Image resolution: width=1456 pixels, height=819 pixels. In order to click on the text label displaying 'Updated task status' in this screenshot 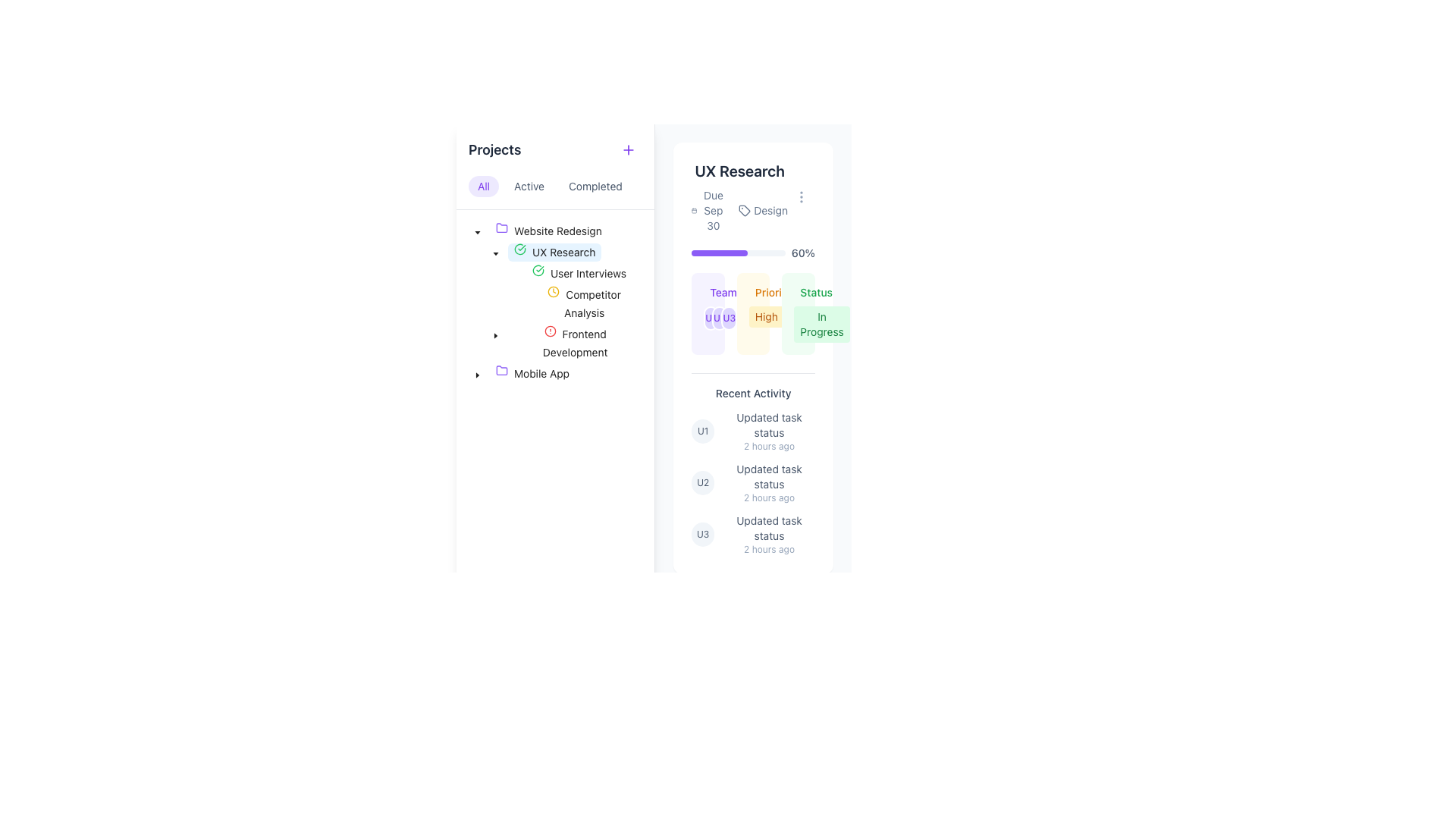, I will do `click(768, 528)`.